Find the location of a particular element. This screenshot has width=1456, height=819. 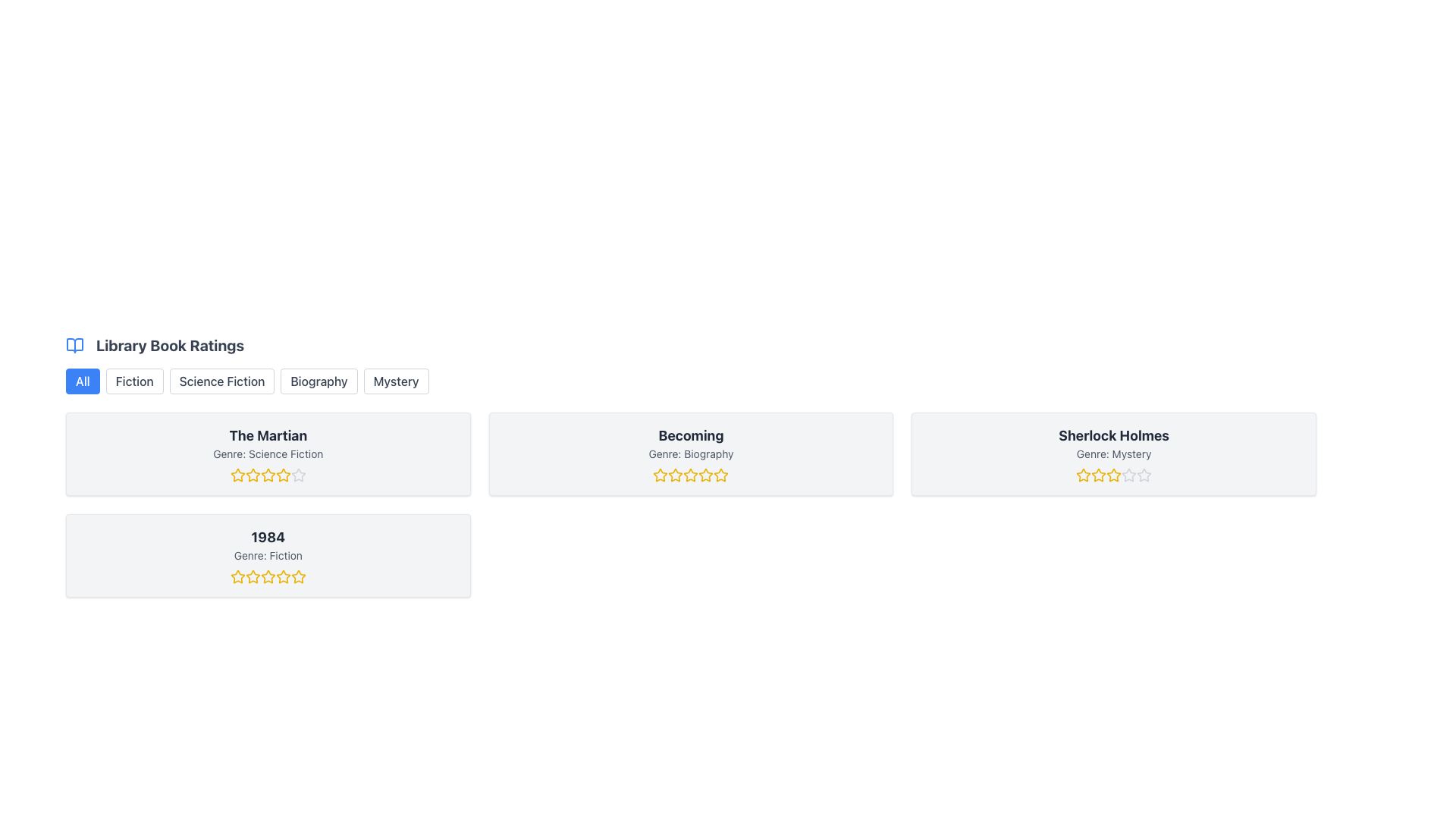

the third star icon representing the third rating level for the book 'The Martian' under the 'Library Book Ratings' heading is located at coordinates (253, 475).